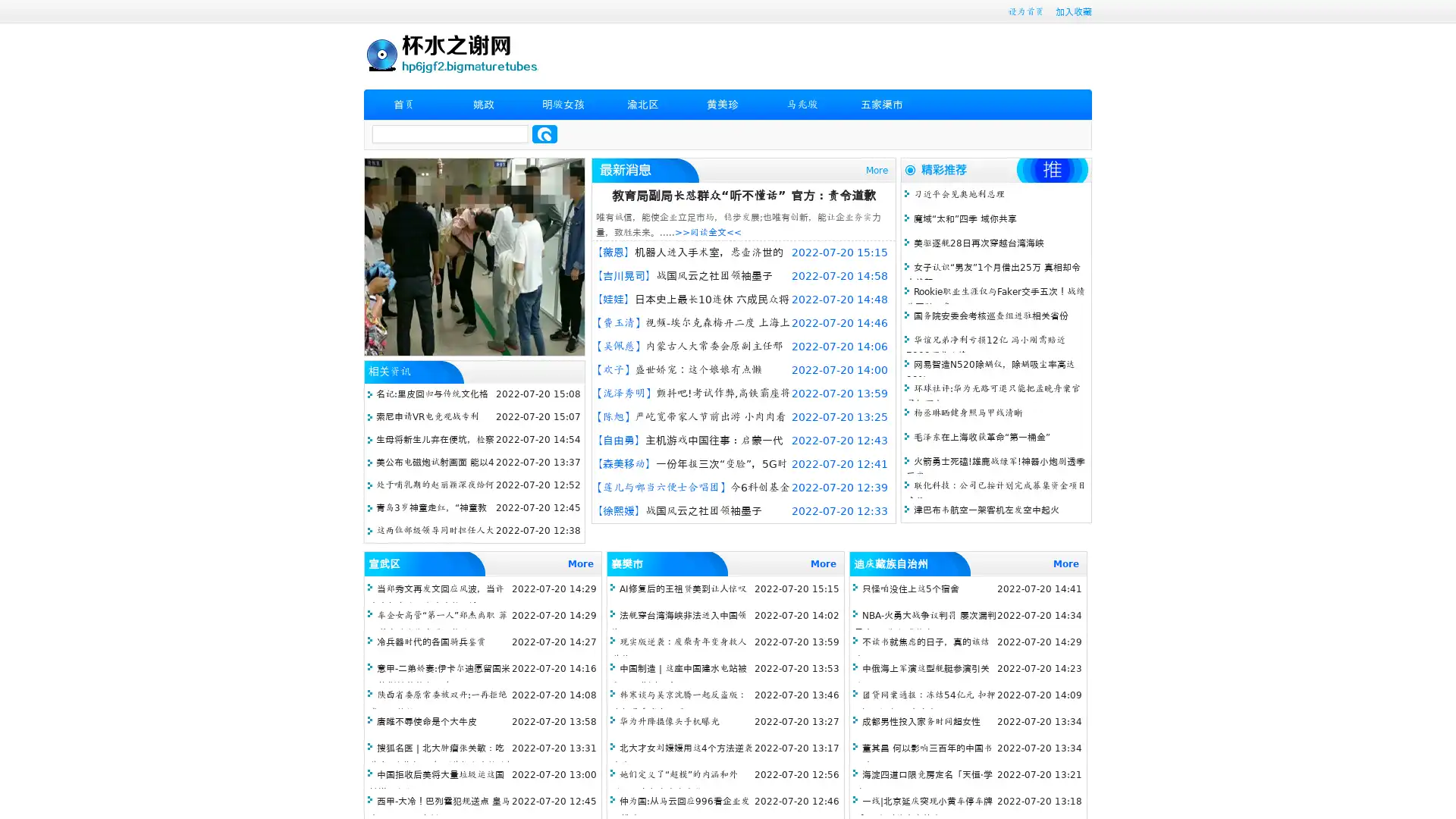  I want to click on Search, so click(544, 133).